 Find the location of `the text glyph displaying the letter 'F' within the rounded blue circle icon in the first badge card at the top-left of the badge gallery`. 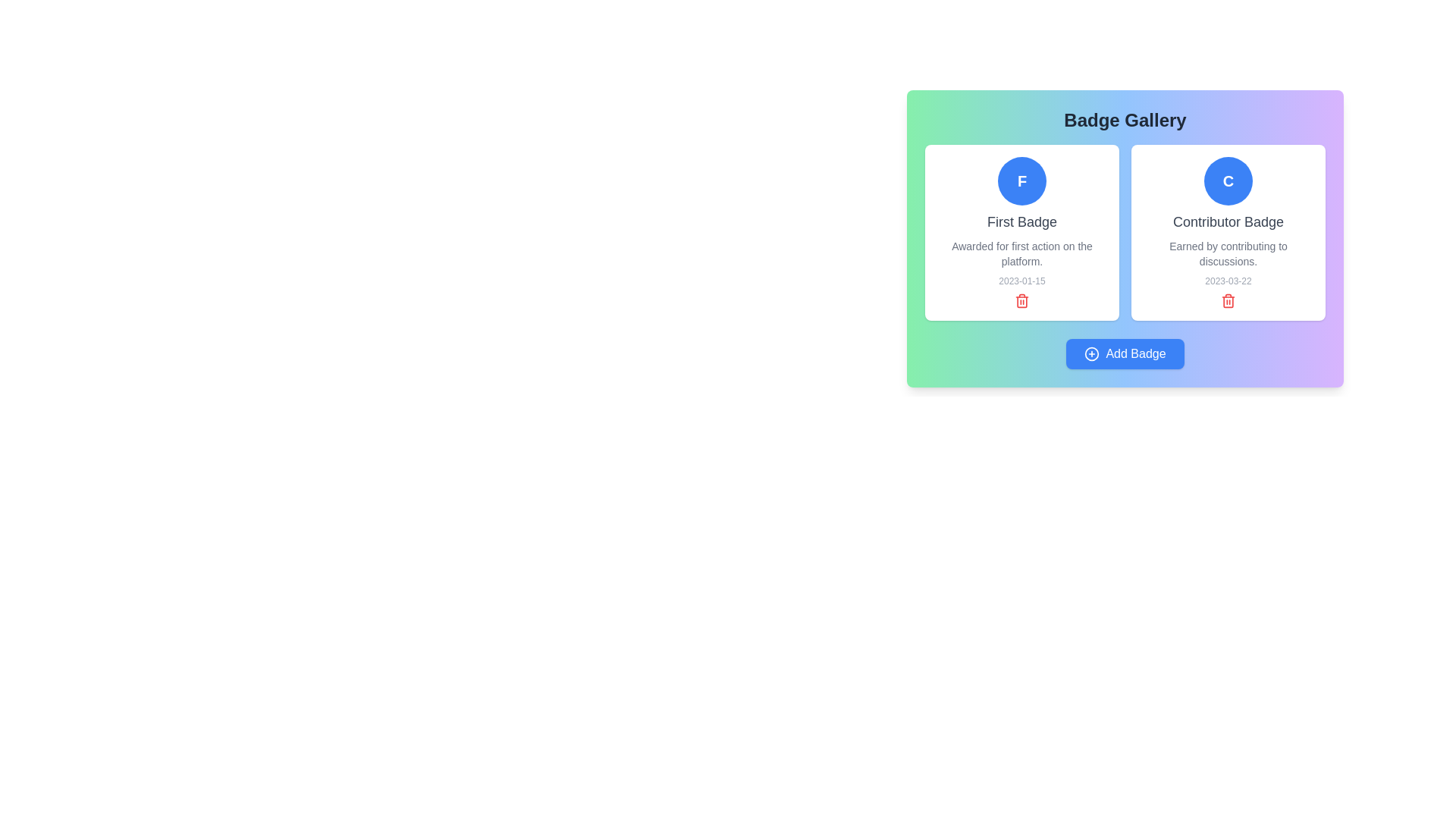

the text glyph displaying the letter 'F' within the rounded blue circle icon in the first badge card at the top-left of the badge gallery is located at coordinates (1022, 180).